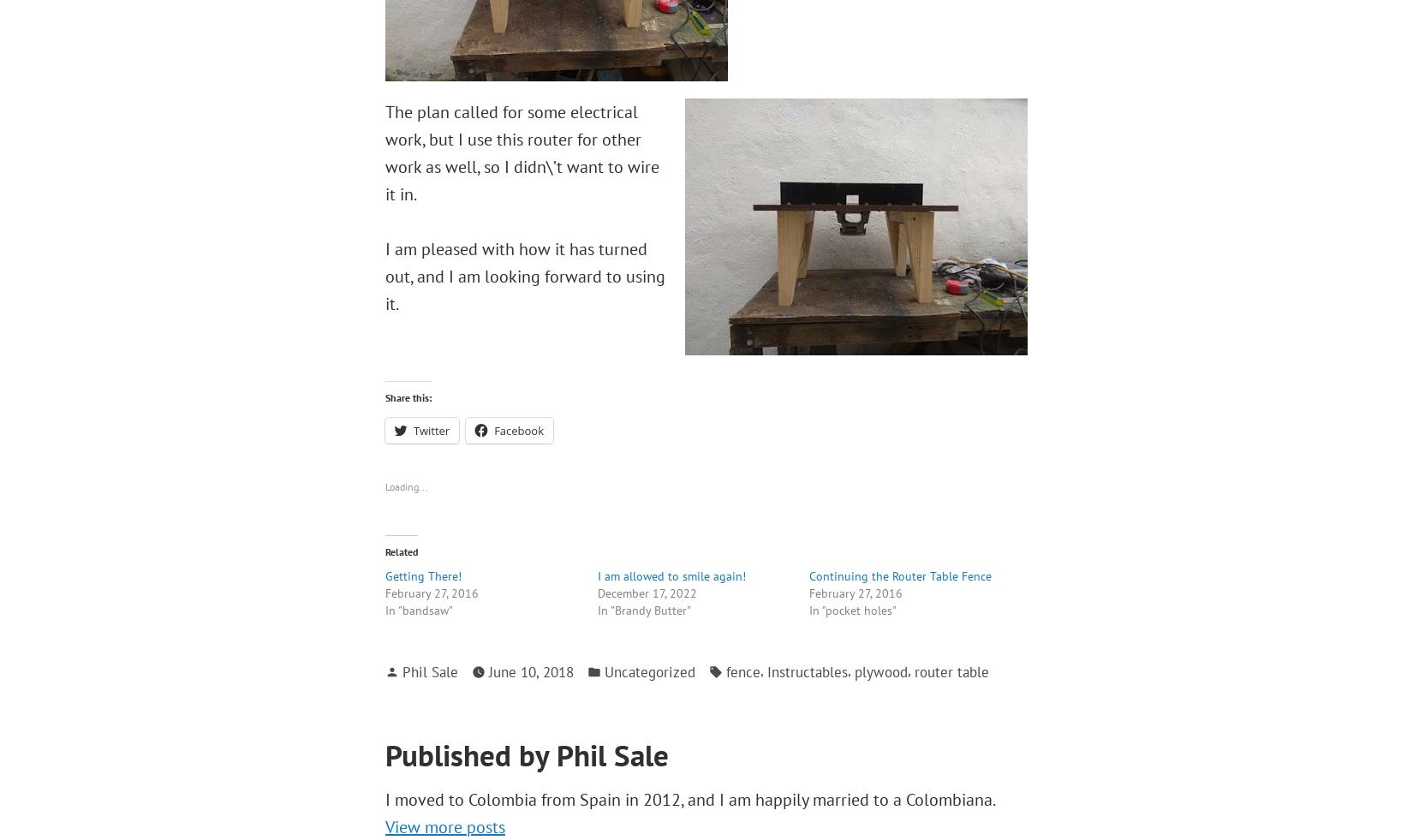  What do you see at coordinates (725, 670) in the screenshot?
I see `'fence'` at bounding box center [725, 670].